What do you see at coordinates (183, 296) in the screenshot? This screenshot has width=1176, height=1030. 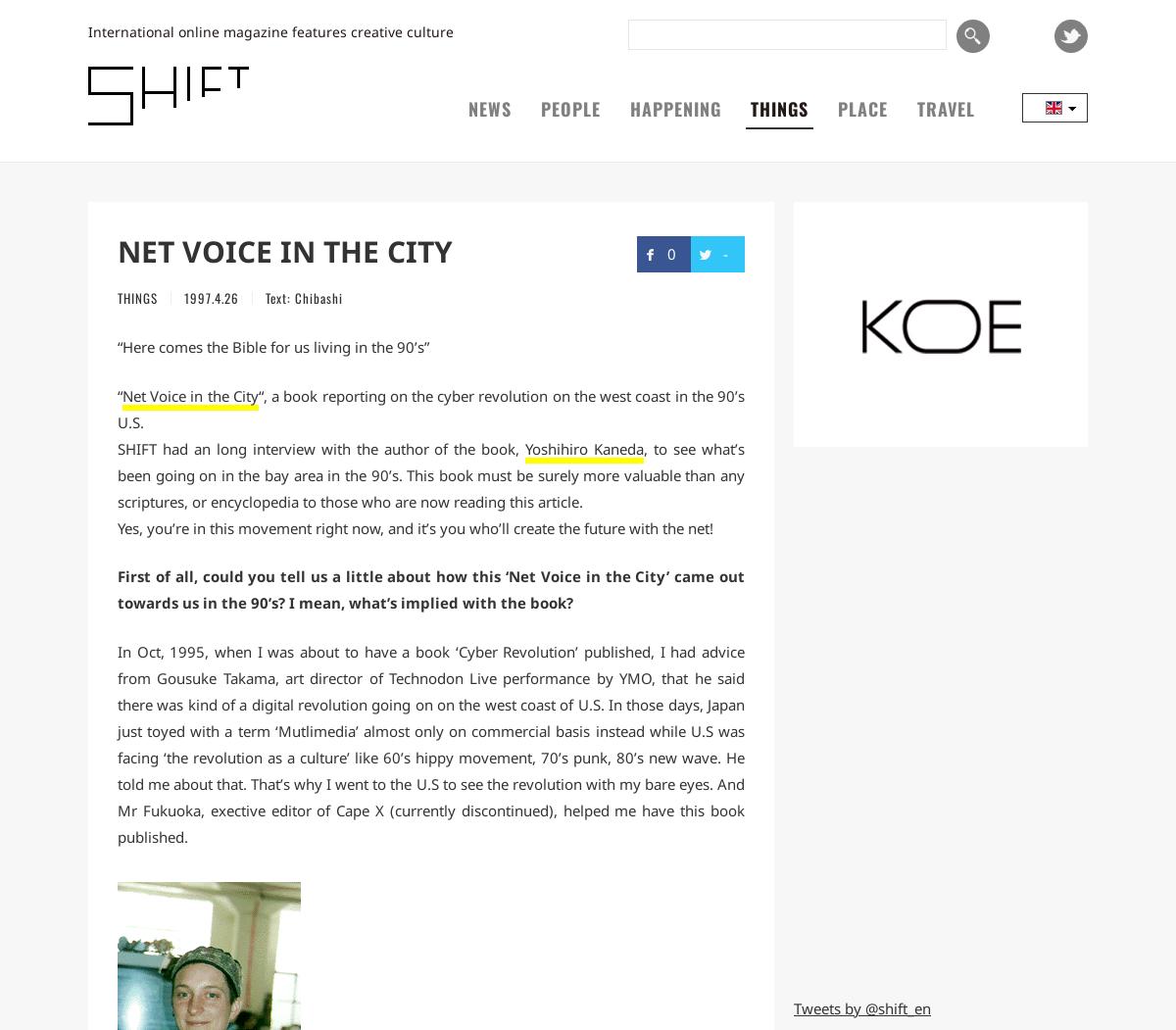 I see `'1997.4.26'` at bounding box center [183, 296].